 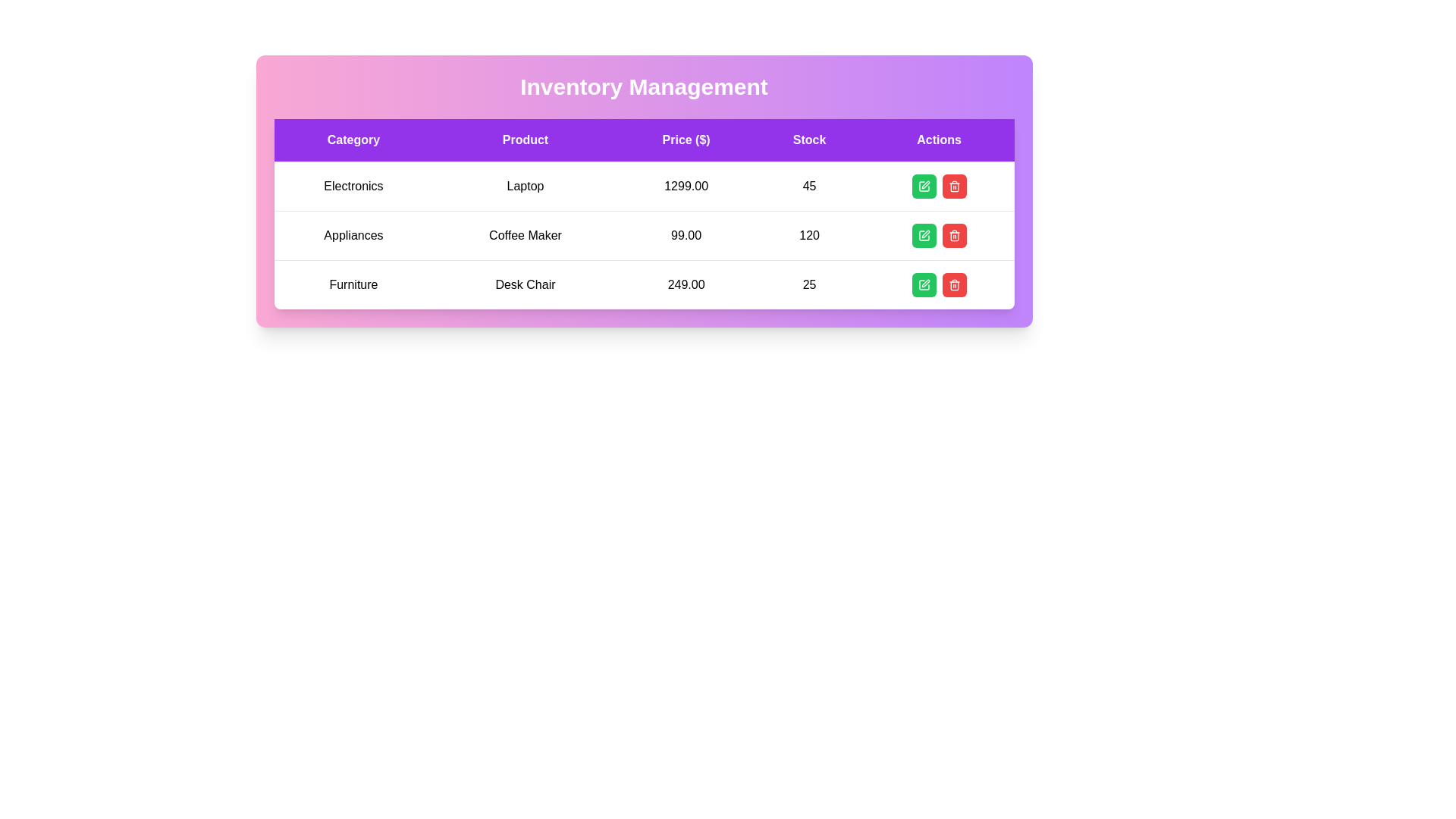 I want to click on the Table Header Cell with the purple background and white text that reads 'Stock', which is the fourth element in the header row of the table, so click(x=808, y=140).